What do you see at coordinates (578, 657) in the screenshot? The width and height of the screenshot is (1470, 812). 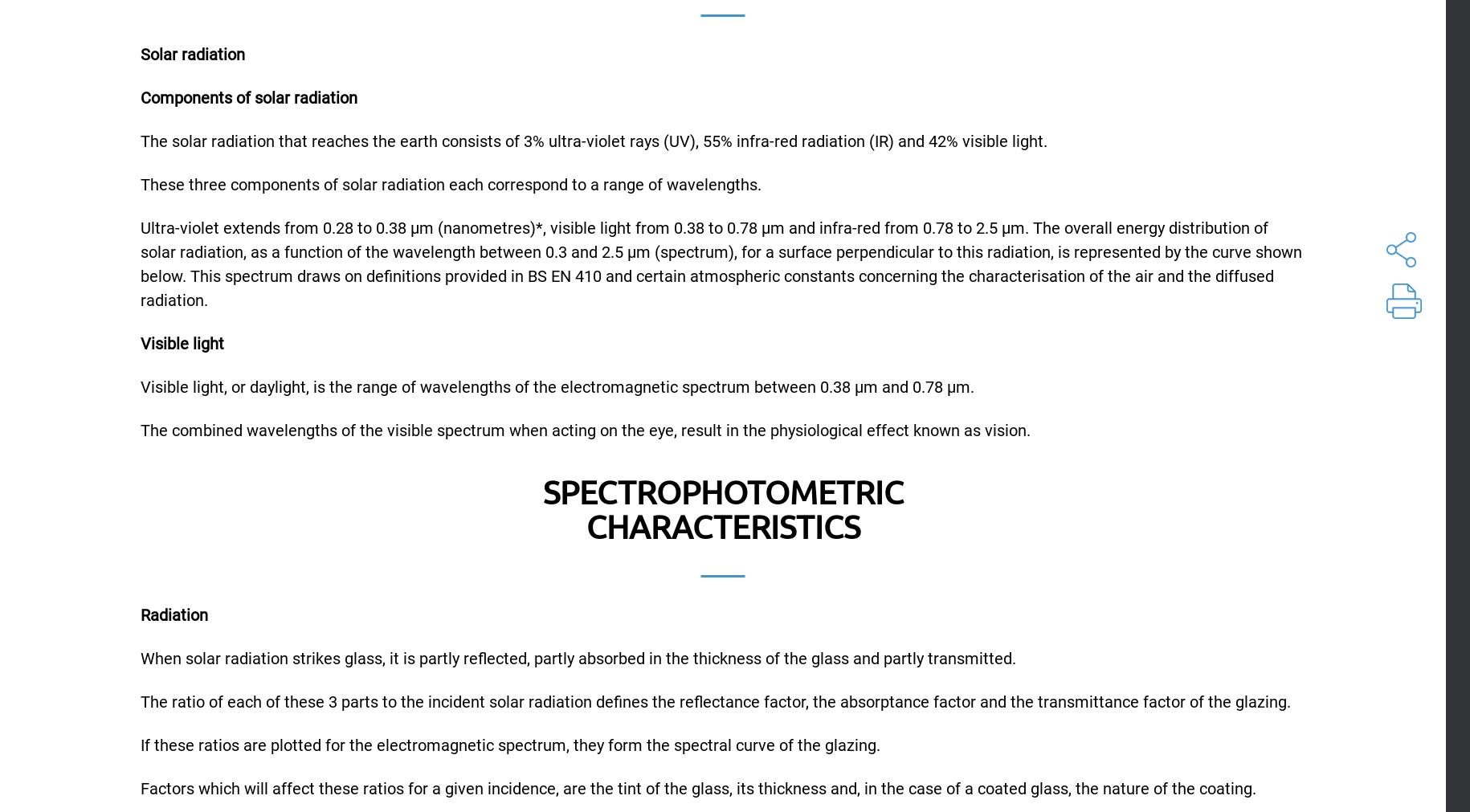 I see `'When solar radiation strikes glass, it is partly reflected, partly absorbed in the thickness of the glass and partly transmitted.'` at bounding box center [578, 657].